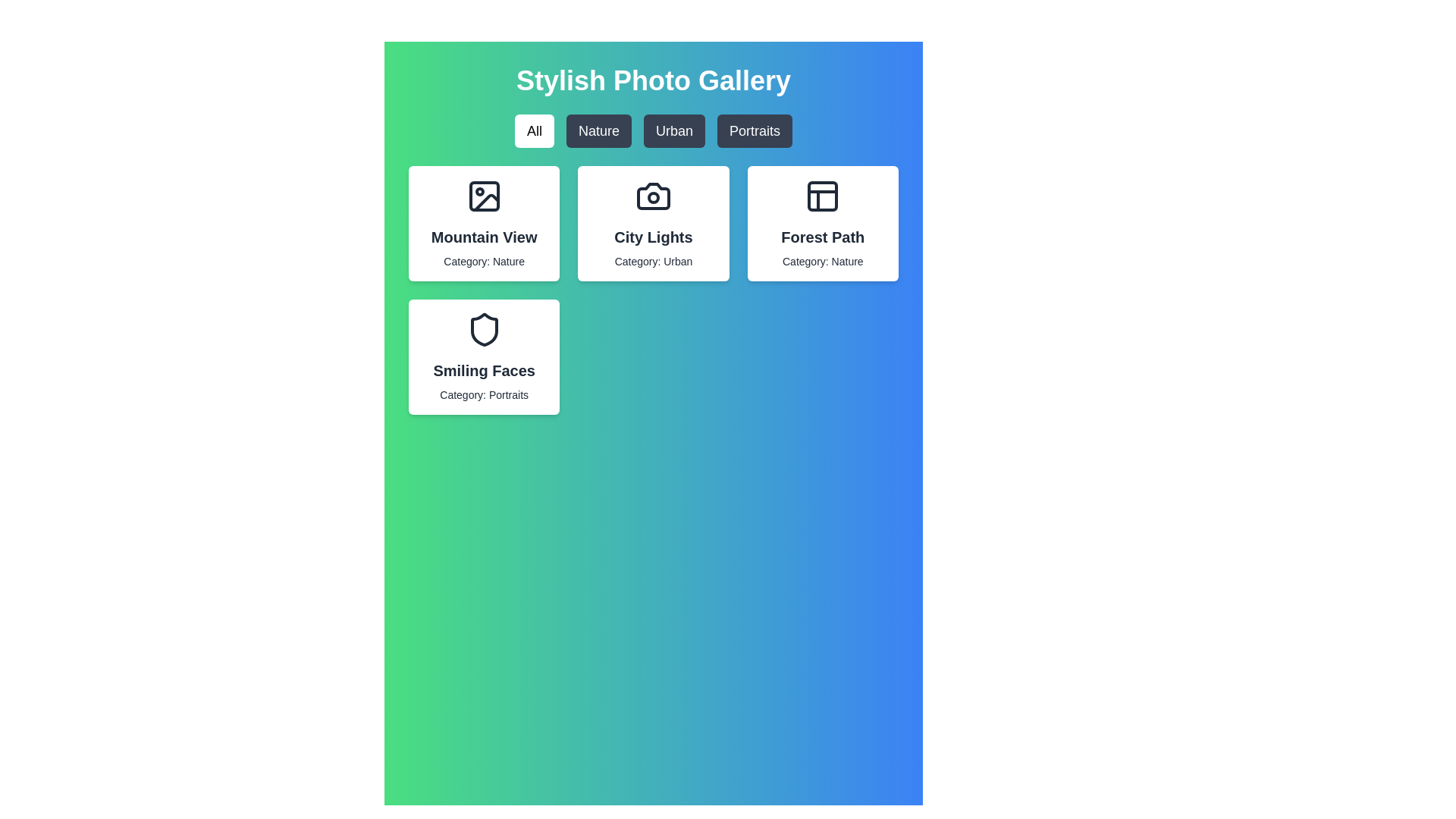 Image resolution: width=1456 pixels, height=819 pixels. Describe the element at coordinates (673, 130) in the screenshot. I see `the 'Urban' filter button located below the 'Stylish Photo Gallery' title to filter the displayed items in the gallery` at that location.